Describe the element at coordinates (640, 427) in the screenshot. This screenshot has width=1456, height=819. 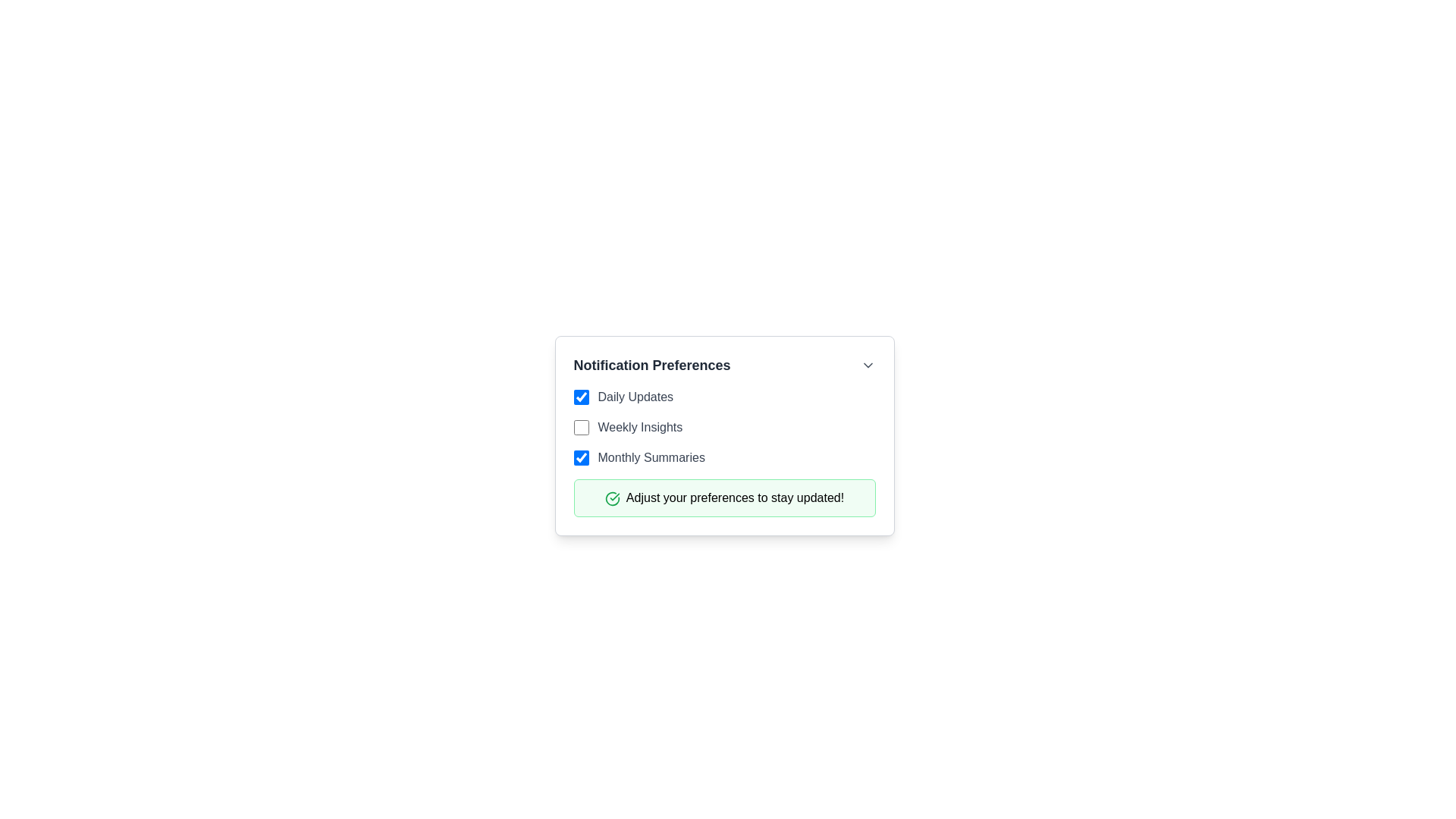
I see `the 'Weekly Insights' text label, which is styled with a gray font color and positioned to the right of a checkbox in the 'Notification Preferences' section` at that location.